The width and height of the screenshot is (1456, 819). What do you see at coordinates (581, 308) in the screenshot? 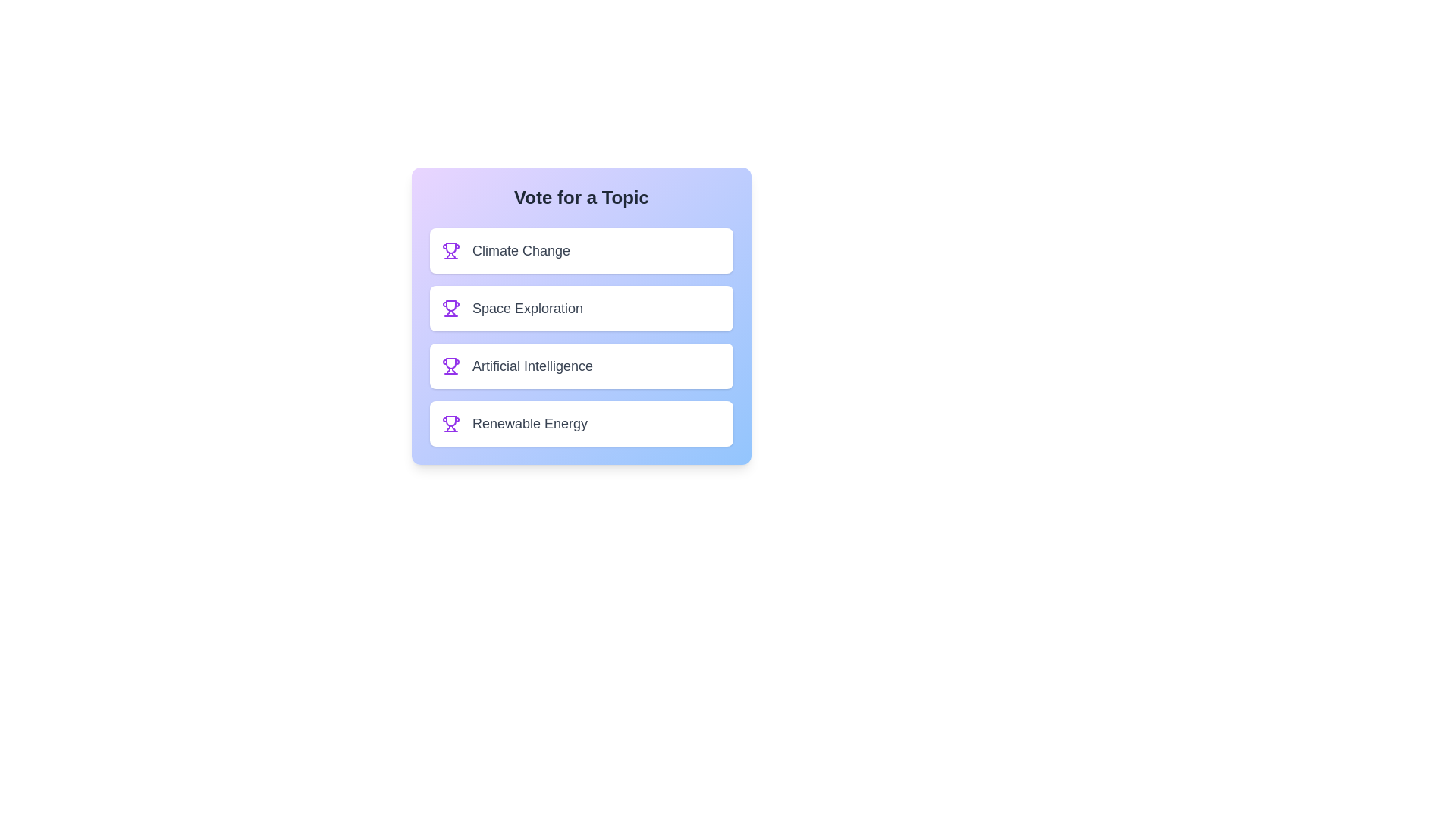
I see `the 'Space Exploration' selectable card, which is the second card from the top in a vertical list of four similar cards` at bounding box center [581, 308].